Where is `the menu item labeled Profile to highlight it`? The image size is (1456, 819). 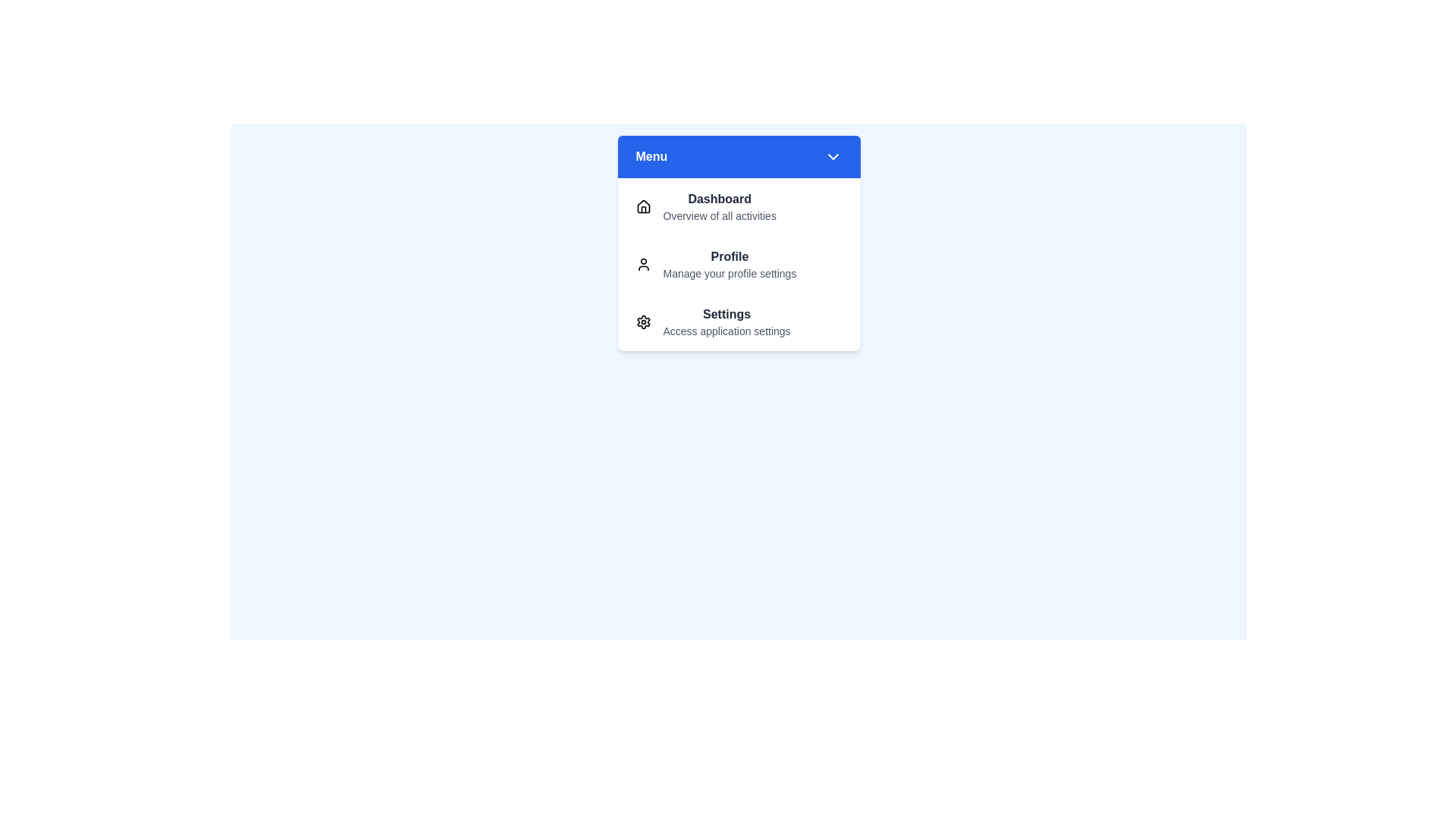 the menu item labeled Profile to highlight it is located at coordinates (739, 263).